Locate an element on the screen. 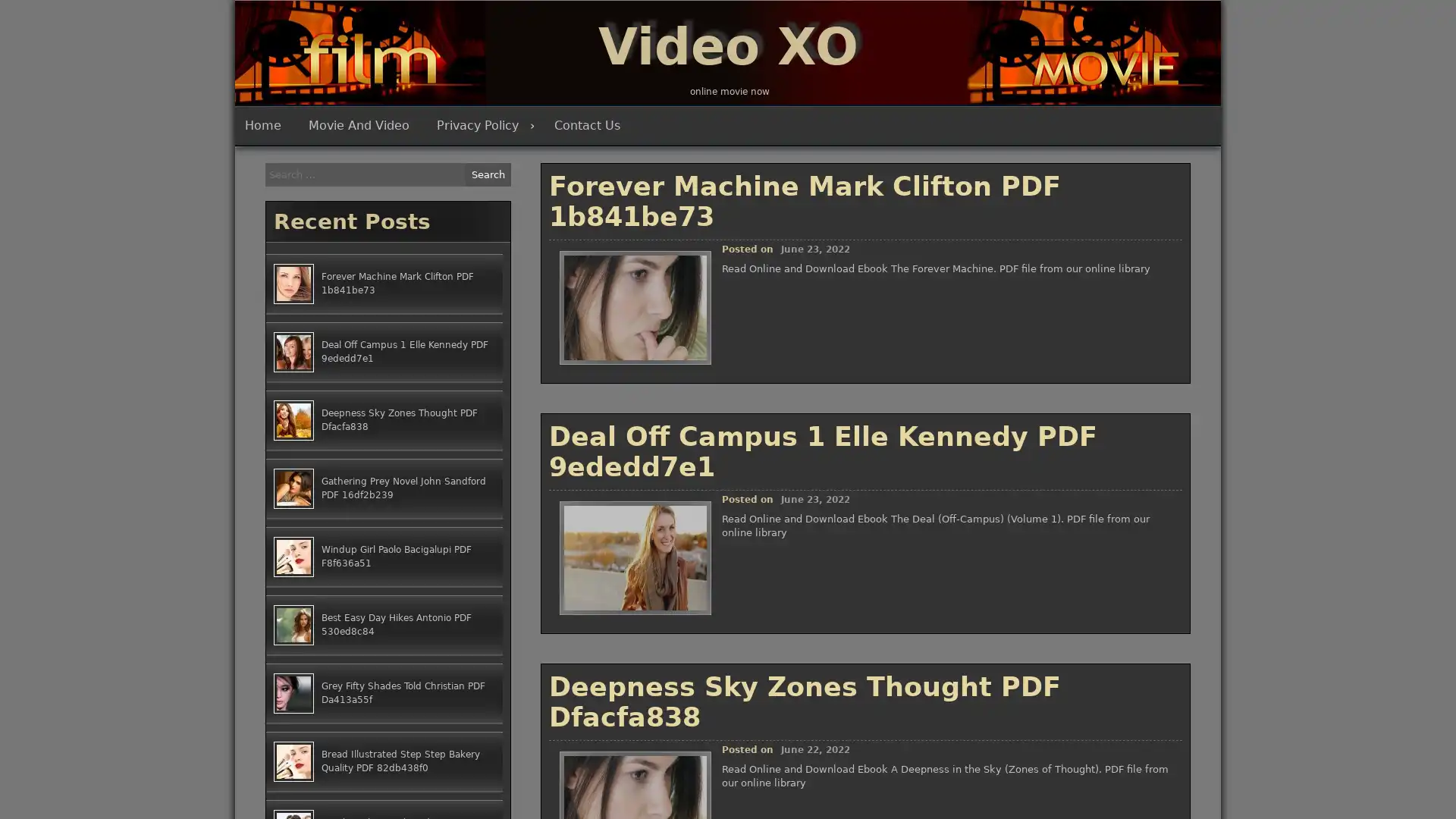 This screenshot has width=1456, height=819. Search is located at coordinates (488, 174).